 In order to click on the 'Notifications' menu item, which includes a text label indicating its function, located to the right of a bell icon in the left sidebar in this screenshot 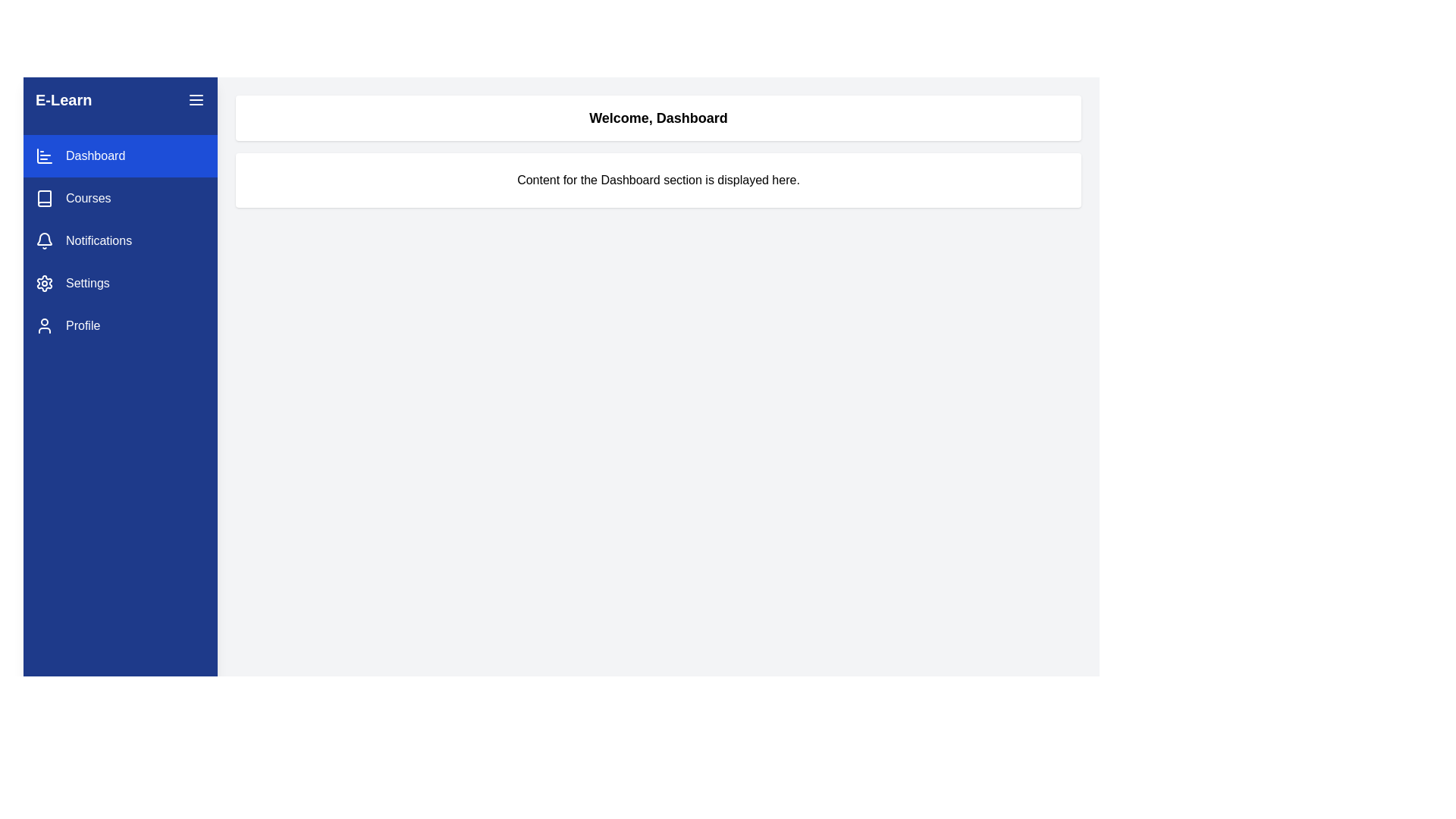, I will do `click(98, 240)`.